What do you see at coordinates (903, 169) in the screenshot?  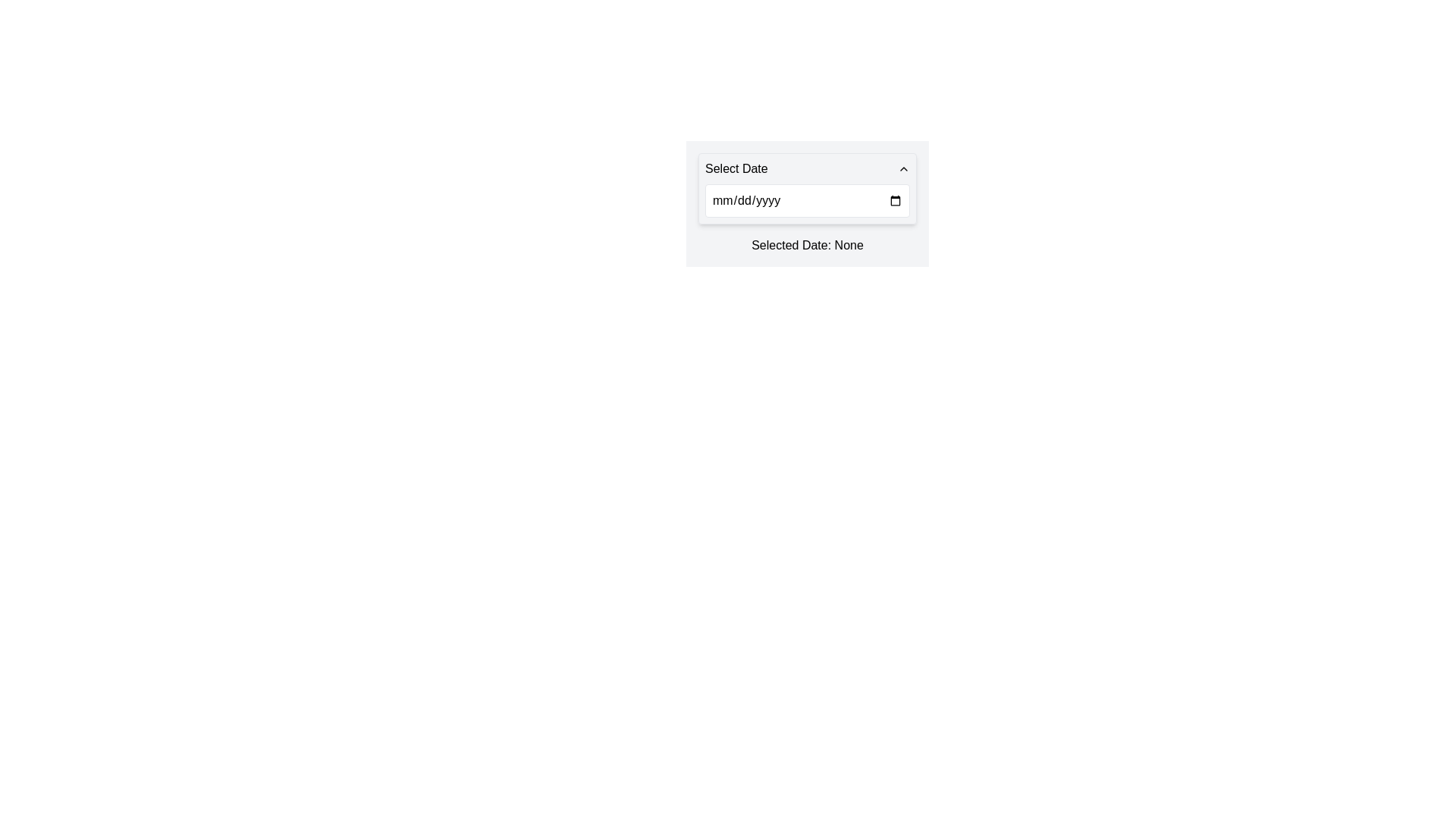 I see `the chevron-shaped icon resembling an upward arrow, which is located at the far-right side of the 'Select Date' label` at bounding box center [903, 169].